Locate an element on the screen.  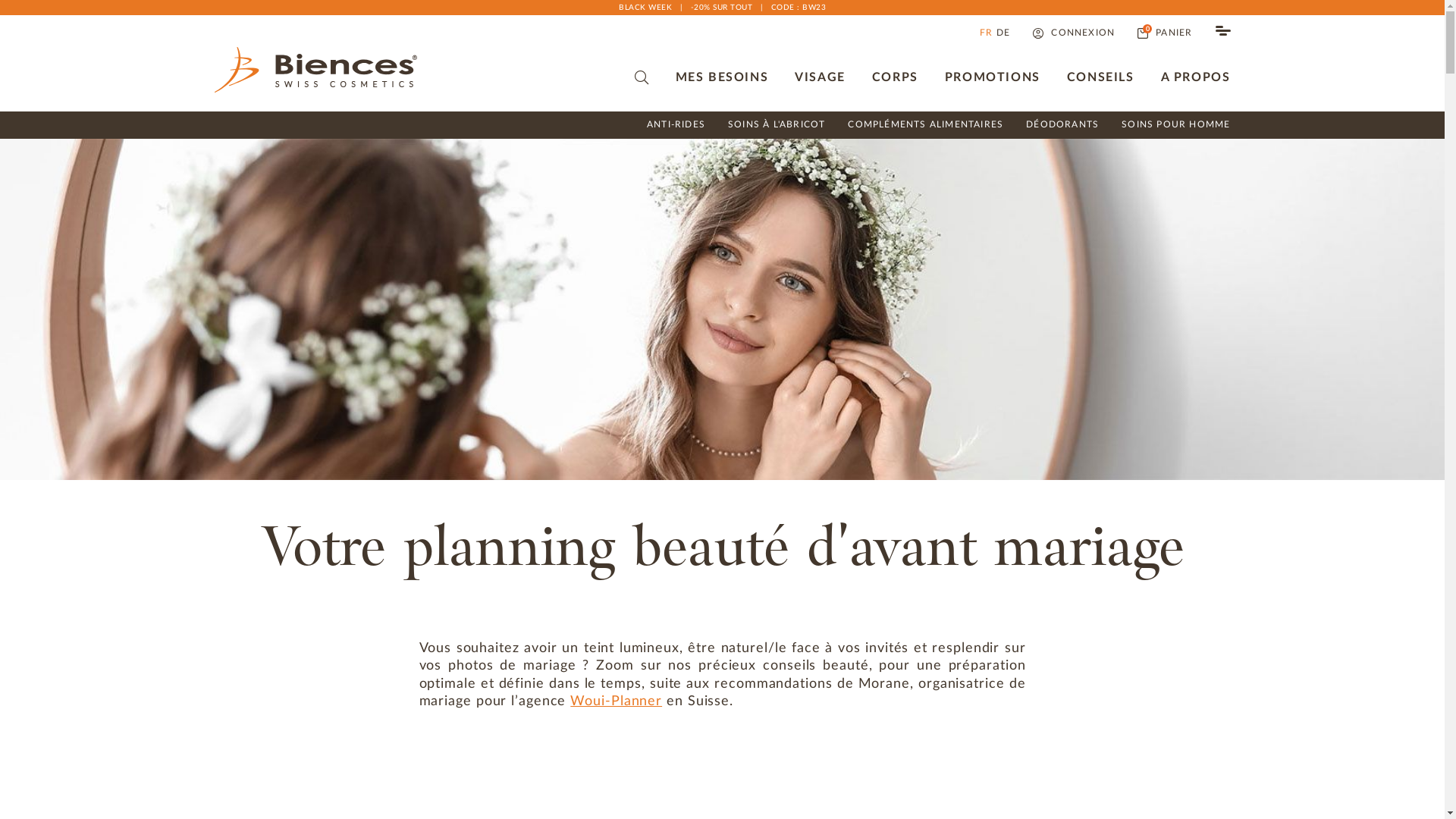
'DE' is located at coordinates (996, 33).